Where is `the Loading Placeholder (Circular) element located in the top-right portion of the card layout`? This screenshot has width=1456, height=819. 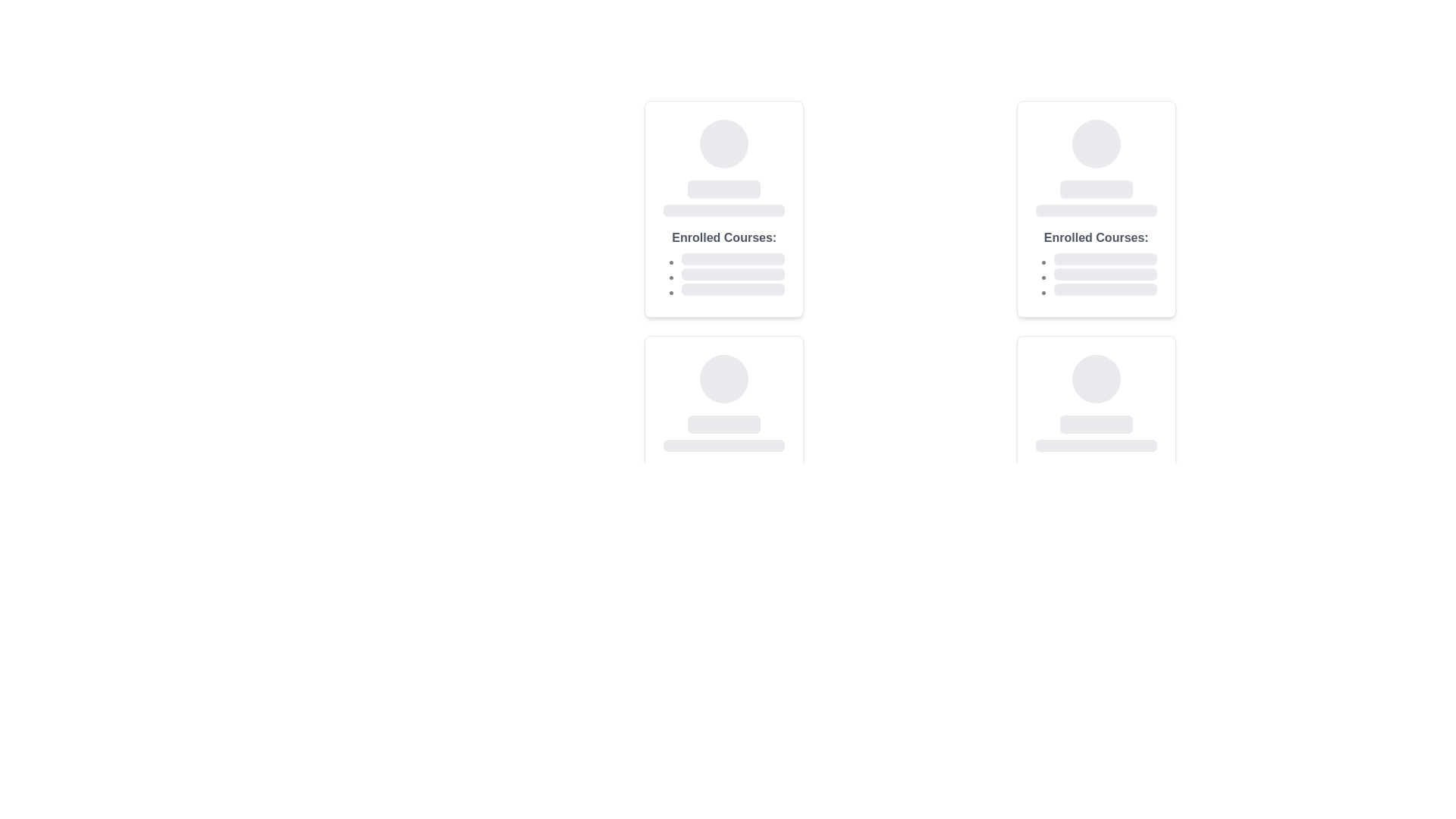 the Loading Placeholder (Circular) element located in the top-right portion of the card layout is located at coordinates (1096, 143).